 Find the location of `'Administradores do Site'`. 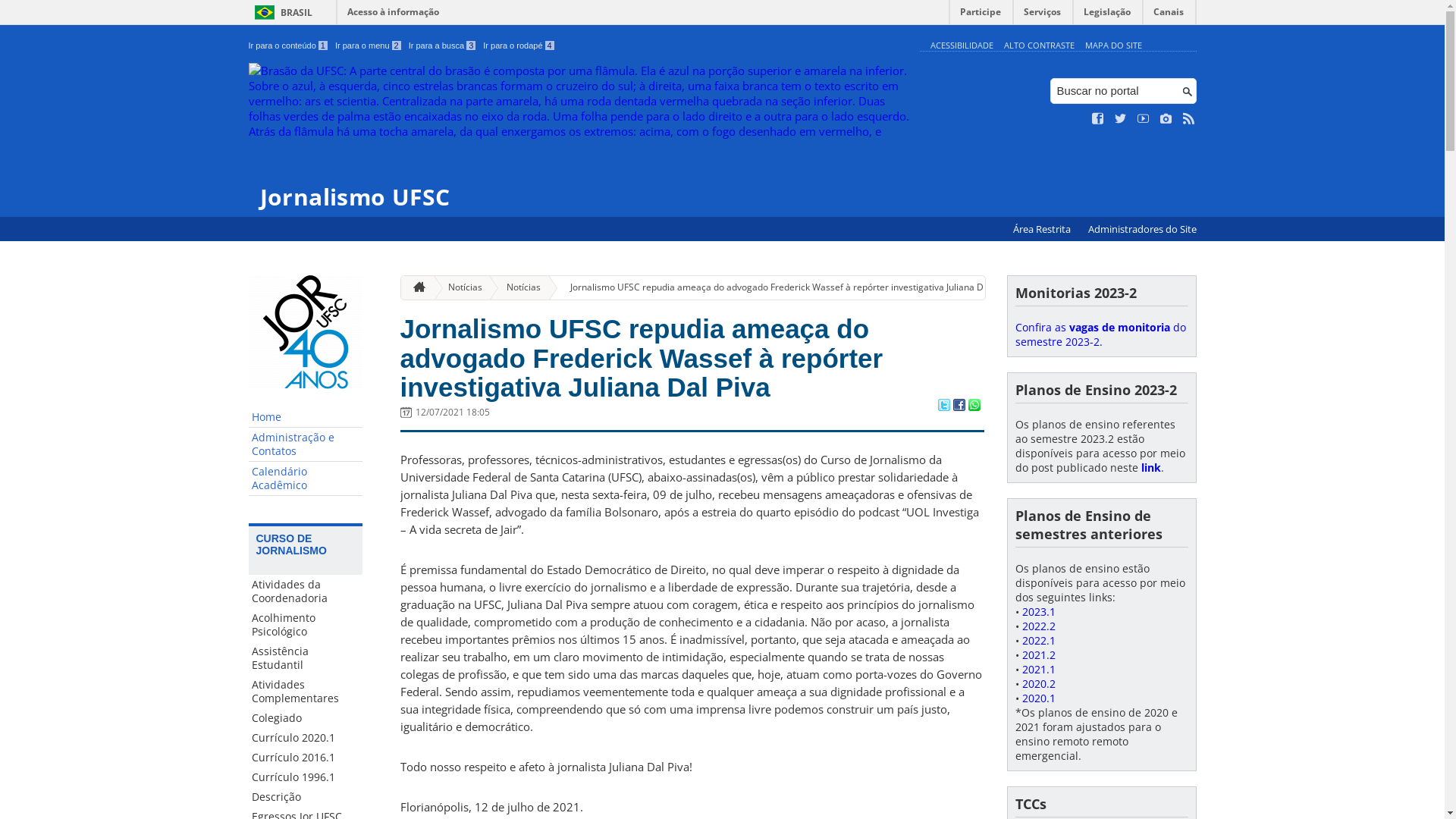

'Administradores do Site' is located at coordinates (1141, 229).